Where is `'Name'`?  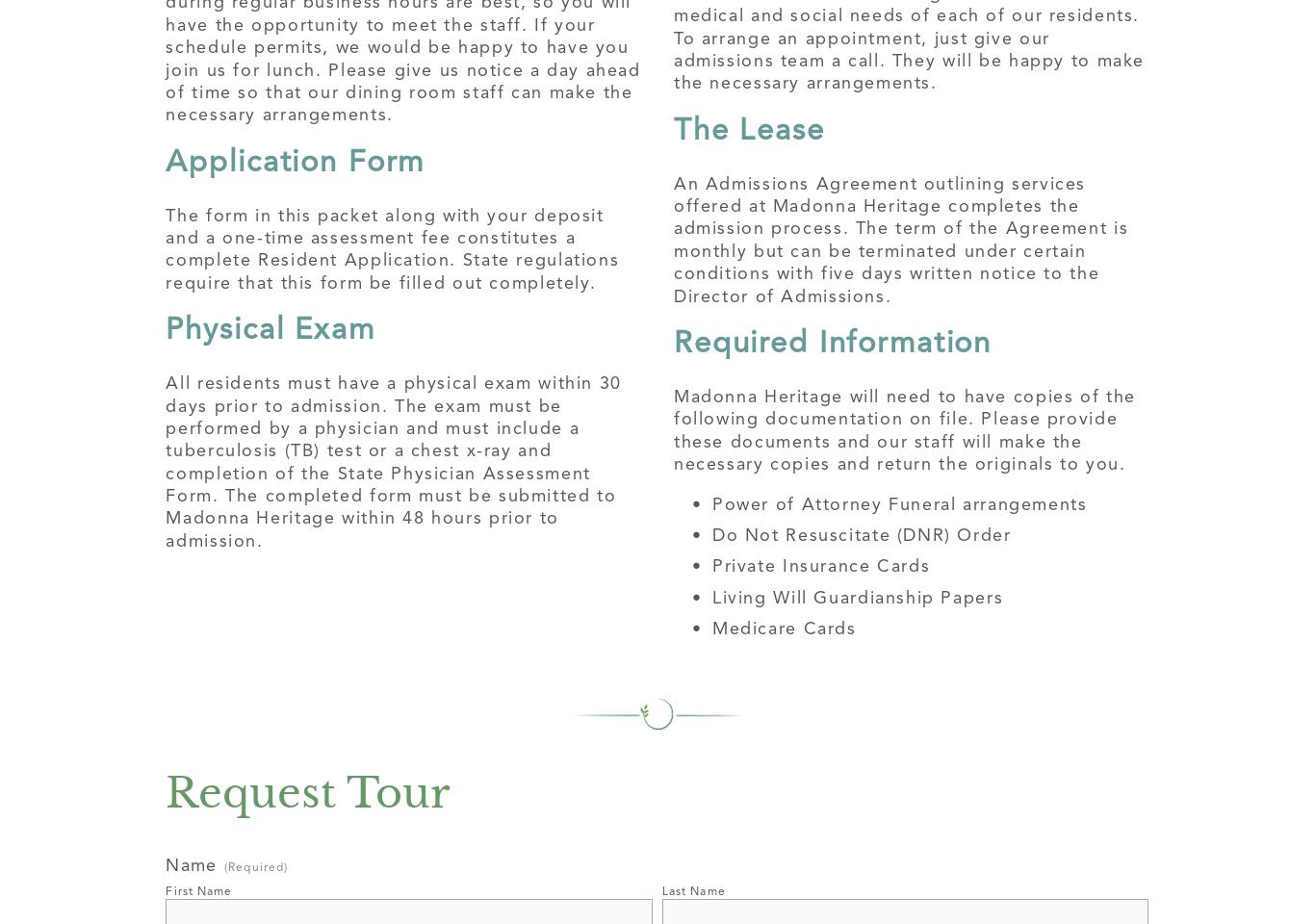
'Name' is located at coordinates (189, 863).